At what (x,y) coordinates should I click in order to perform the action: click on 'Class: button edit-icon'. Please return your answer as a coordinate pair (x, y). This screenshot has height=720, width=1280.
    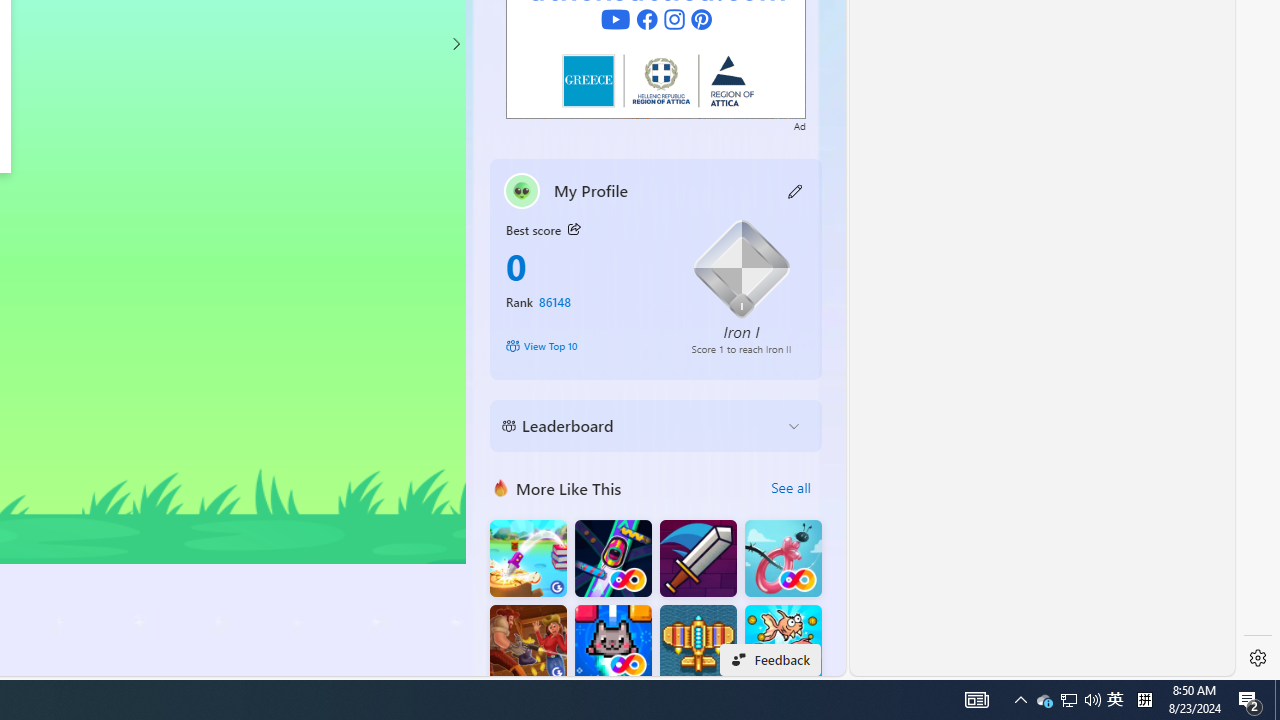
    Looking at the image, I should click on (795, 190).